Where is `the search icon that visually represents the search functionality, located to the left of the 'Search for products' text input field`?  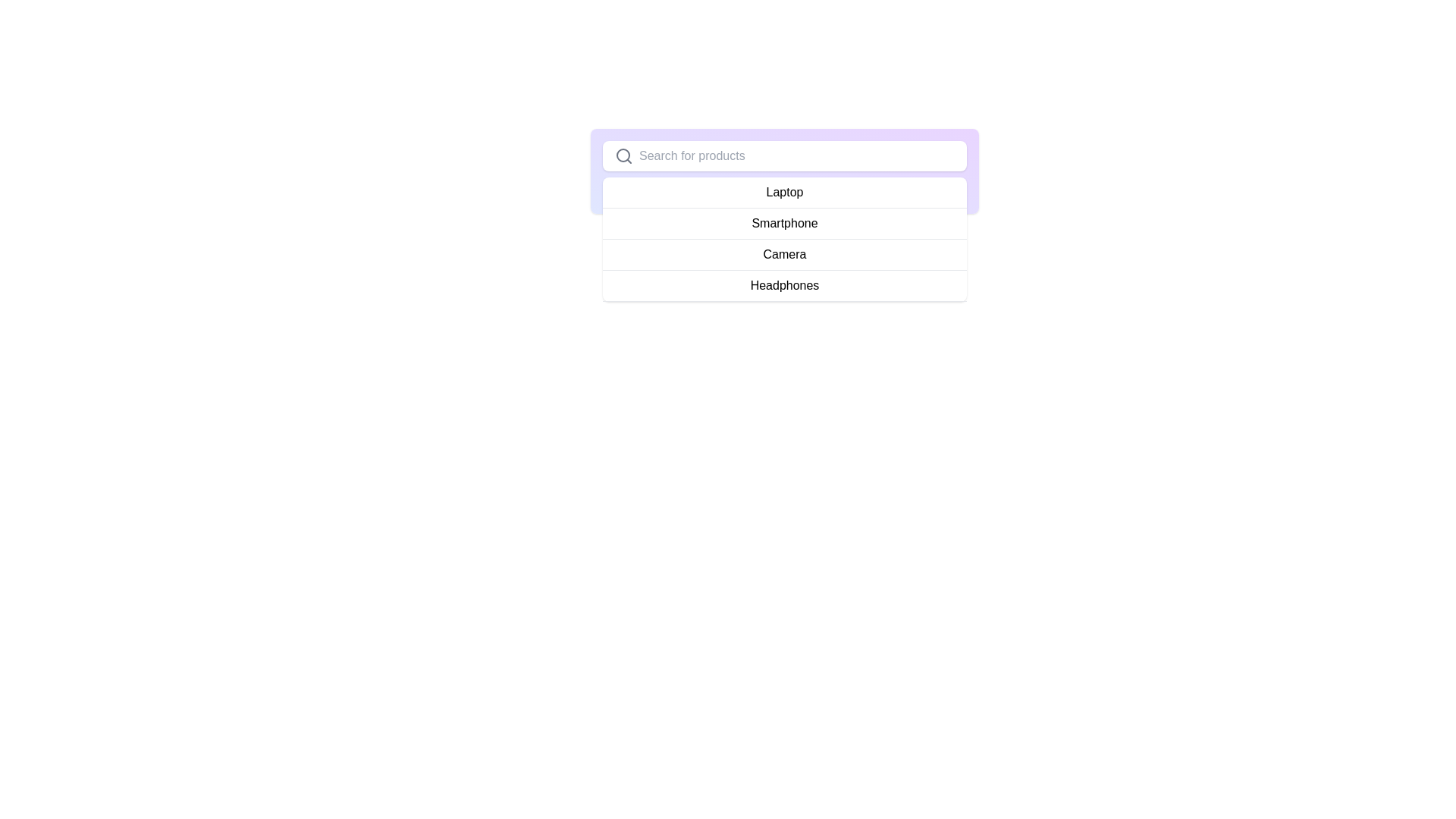 the search icon that visually represents the search functionality, located to the left of the 'Search for products' text input field is located at coordinates (623, 155).